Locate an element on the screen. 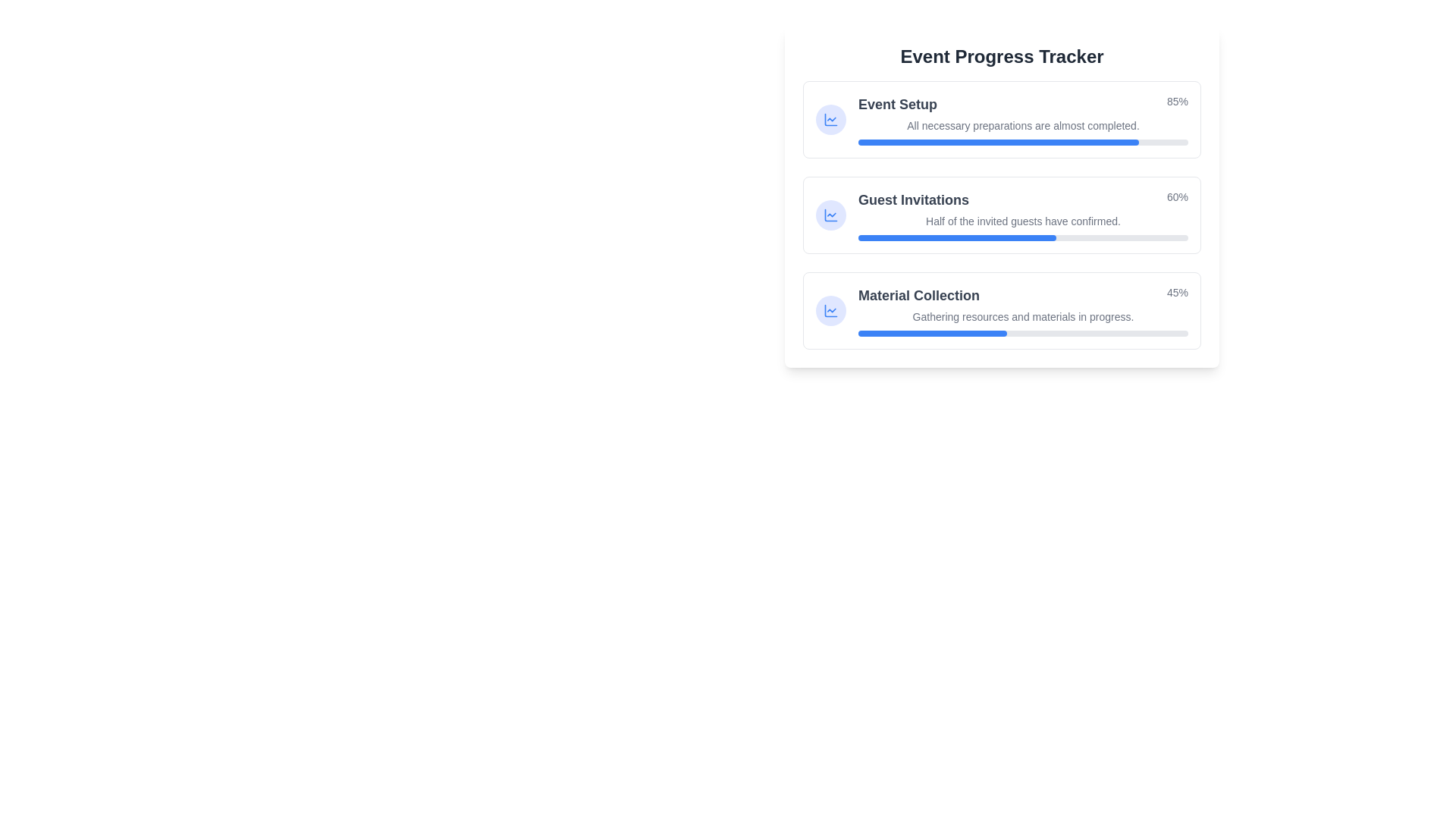  the static text element that reads 'All necessary preparations are almost completed.' located below the 'Event Setup' header is located at coordinates (1023, 124).